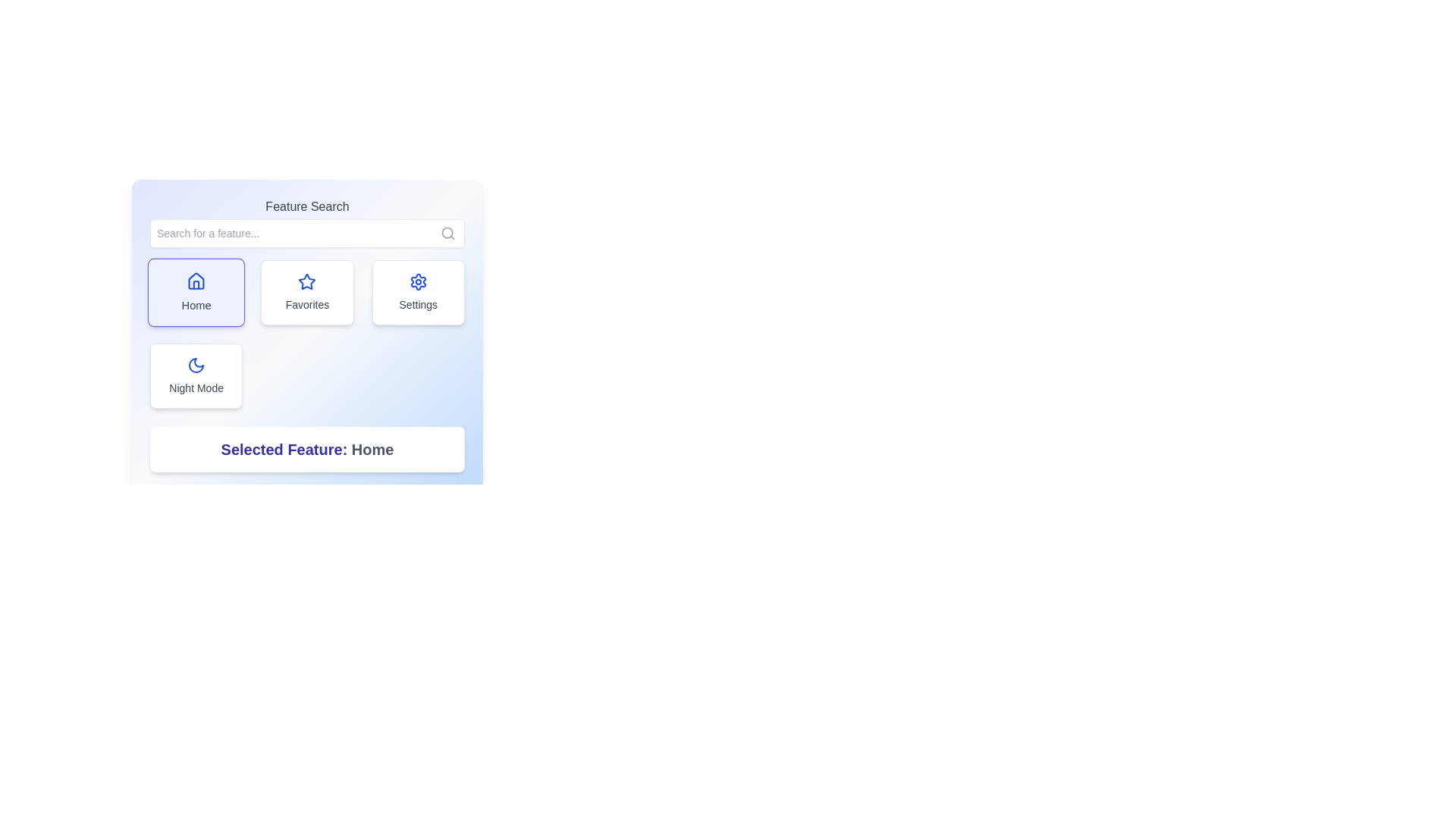 The image size is (1456, 819). I want to click on the crescent moon icon outlined in blue, located at the top-left corner of the 'Night Mode' card, so click(196, 366).